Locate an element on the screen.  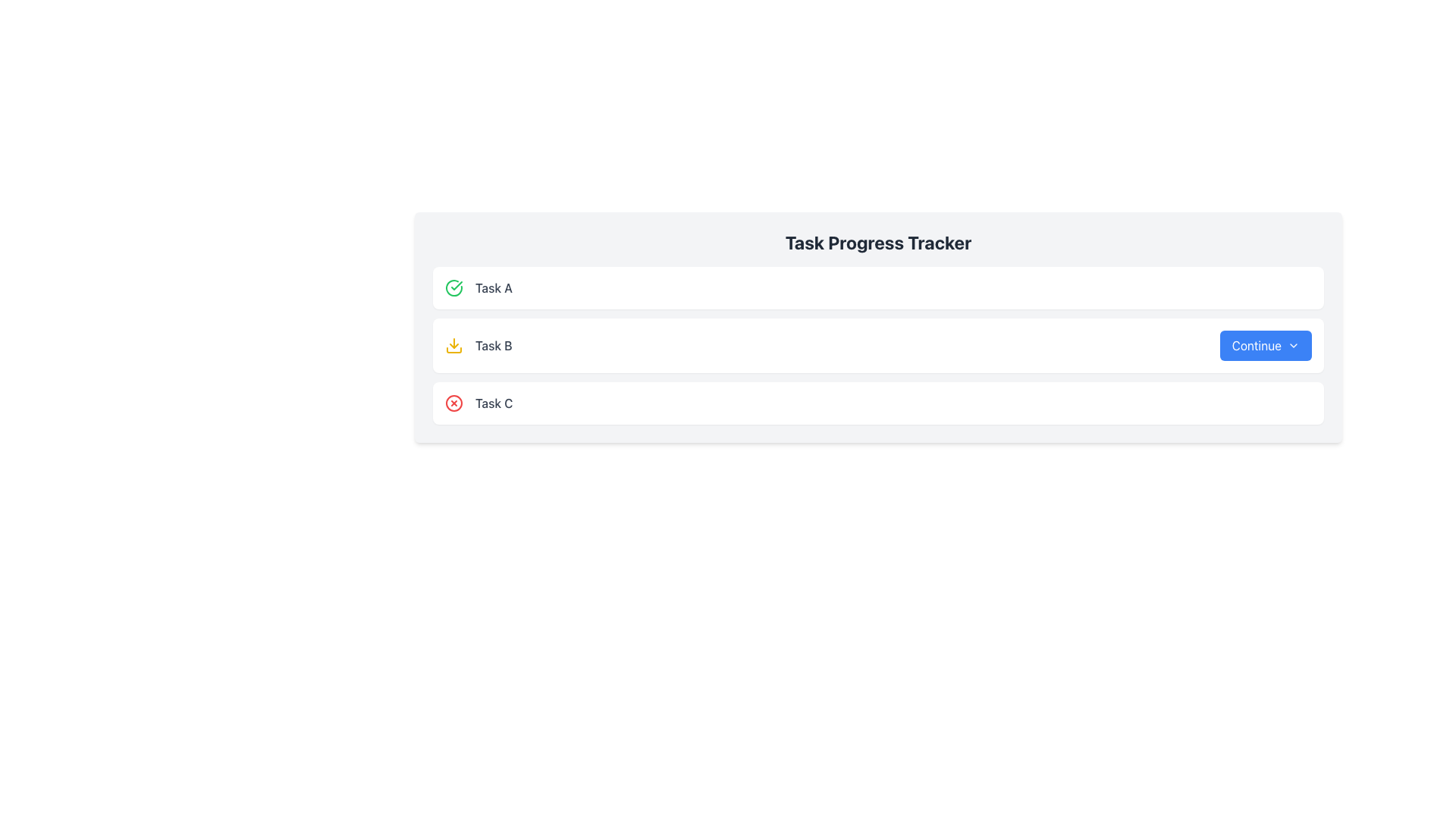
the chevron icon within the 'Continue' button is located at coordinates (1292, 345).